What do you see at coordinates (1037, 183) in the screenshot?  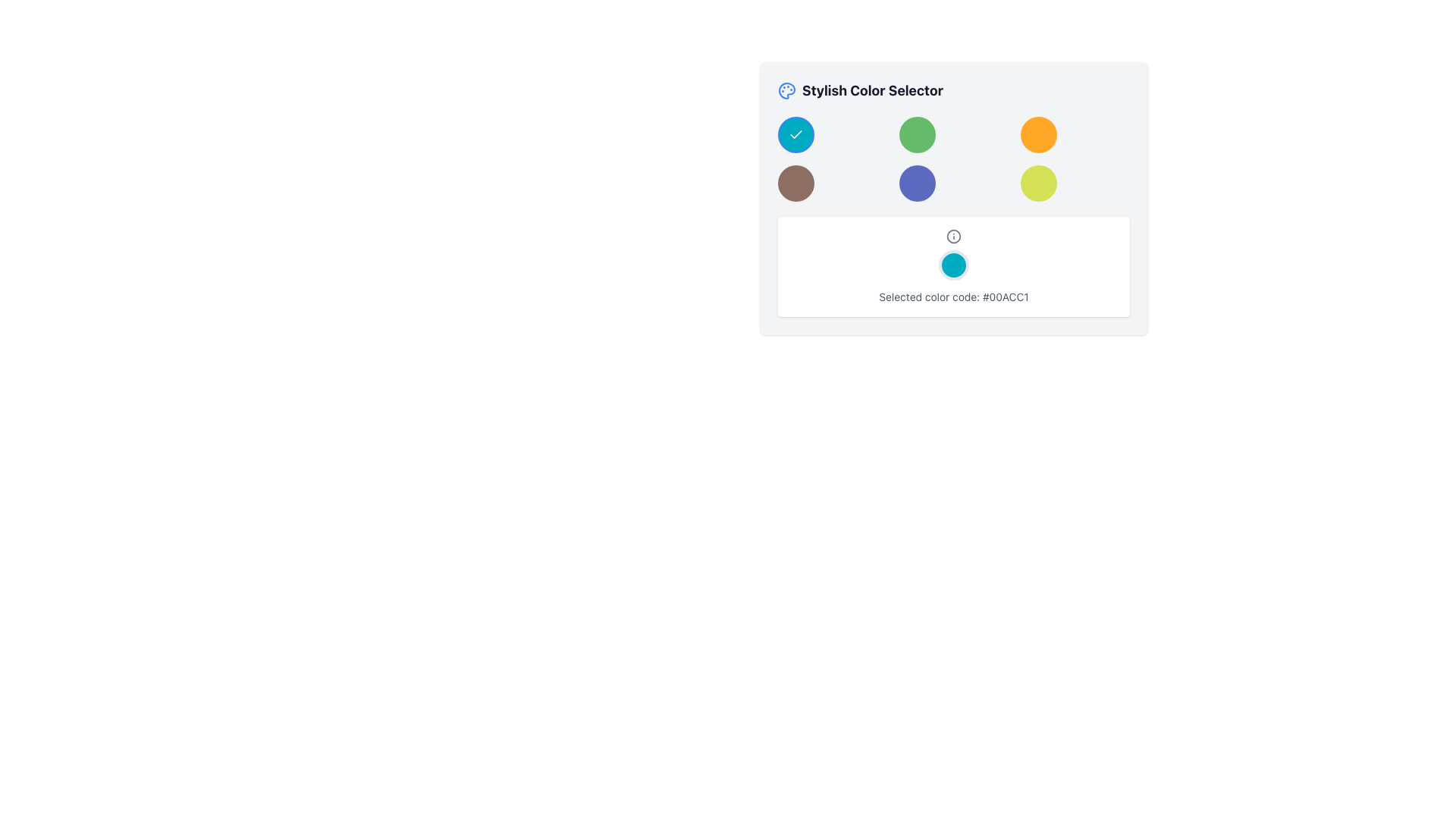 I see `the circular interactive button with a yellow-green background located in the bottom-right corner of a 3x3 grid of buttons` at bounding box center [1037, 183].